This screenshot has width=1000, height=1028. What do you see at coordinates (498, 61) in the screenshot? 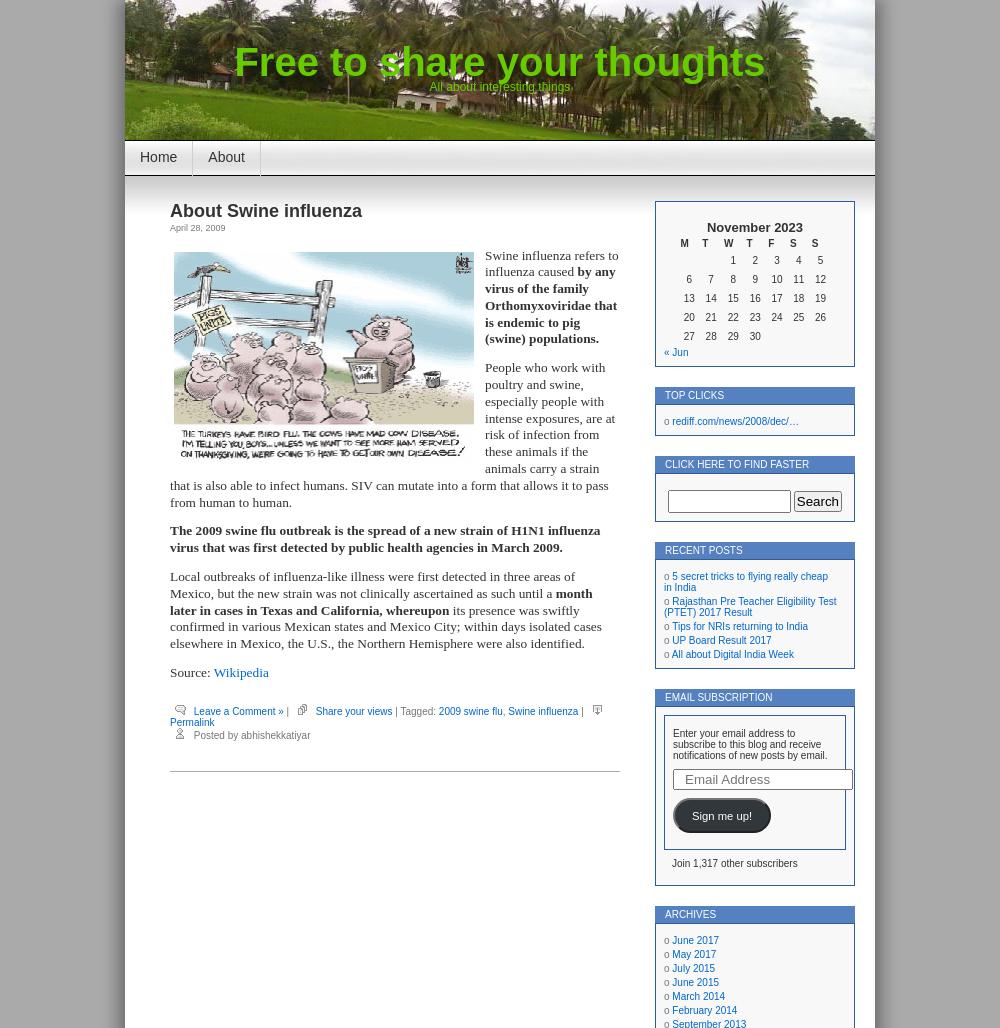
I see `'Free to share your thoughts'` at bounding box center [498, 61].